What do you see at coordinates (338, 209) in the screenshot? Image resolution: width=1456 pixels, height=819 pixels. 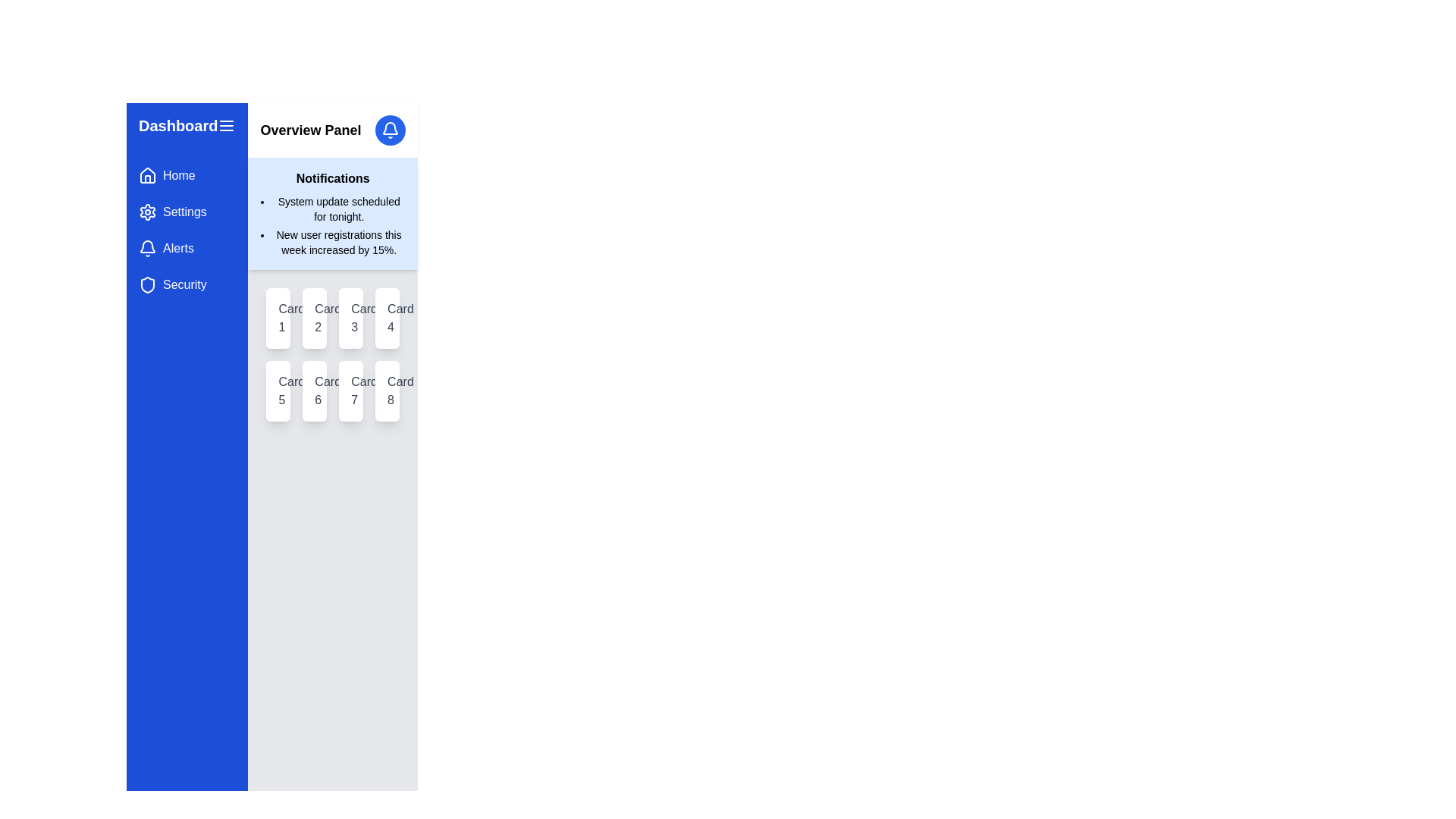 I see `the first item in the bulleted list located under the 'Notifications' header in the right panel of the interface` at bounding box center [338, 209].